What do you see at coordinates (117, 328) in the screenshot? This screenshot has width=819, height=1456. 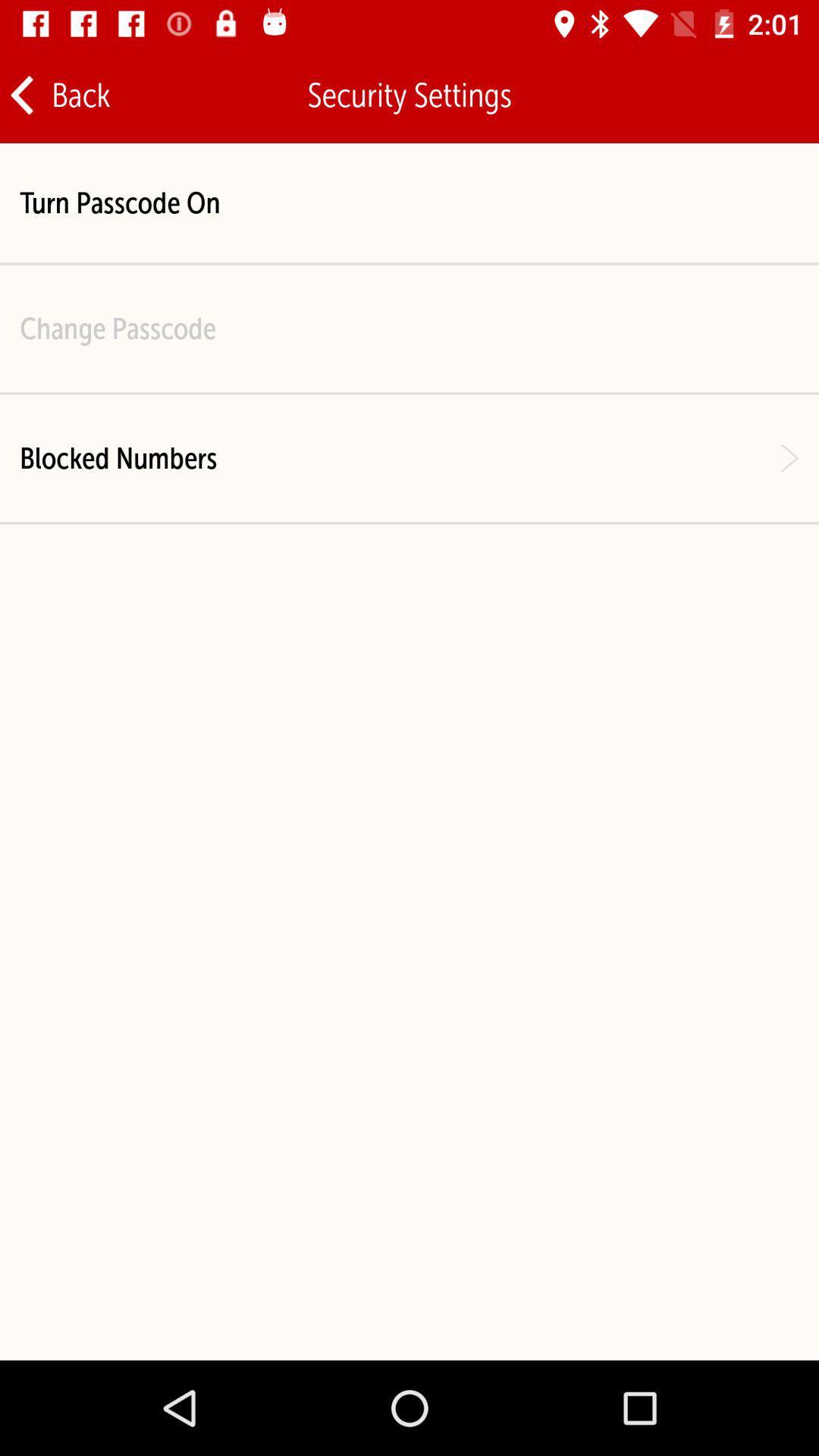 I see `the change passcode` at bounding box center [117, 328].